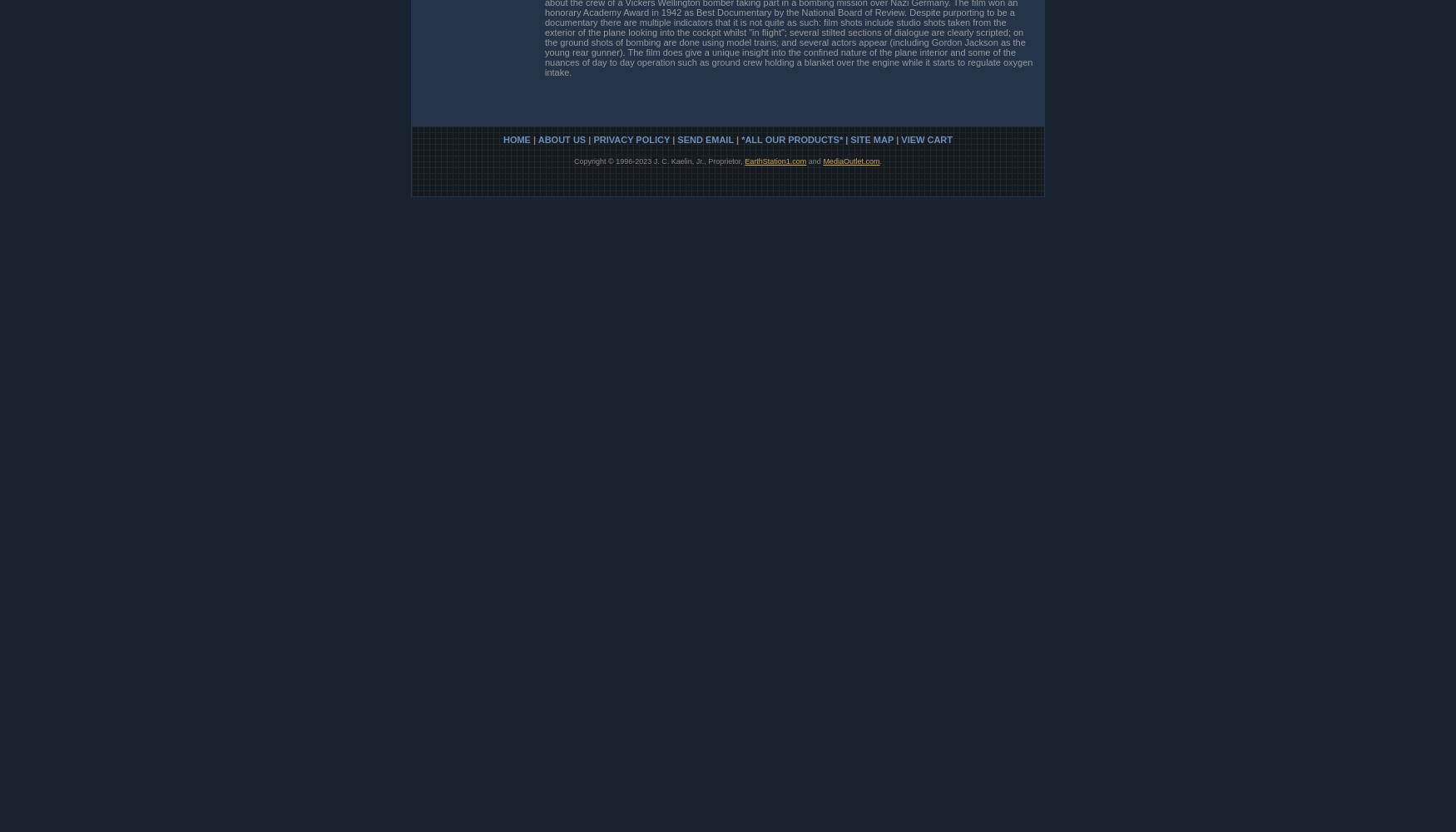  Describe the element at coordinates (516, 139) in the screenshot. I see `'home'` at that location.